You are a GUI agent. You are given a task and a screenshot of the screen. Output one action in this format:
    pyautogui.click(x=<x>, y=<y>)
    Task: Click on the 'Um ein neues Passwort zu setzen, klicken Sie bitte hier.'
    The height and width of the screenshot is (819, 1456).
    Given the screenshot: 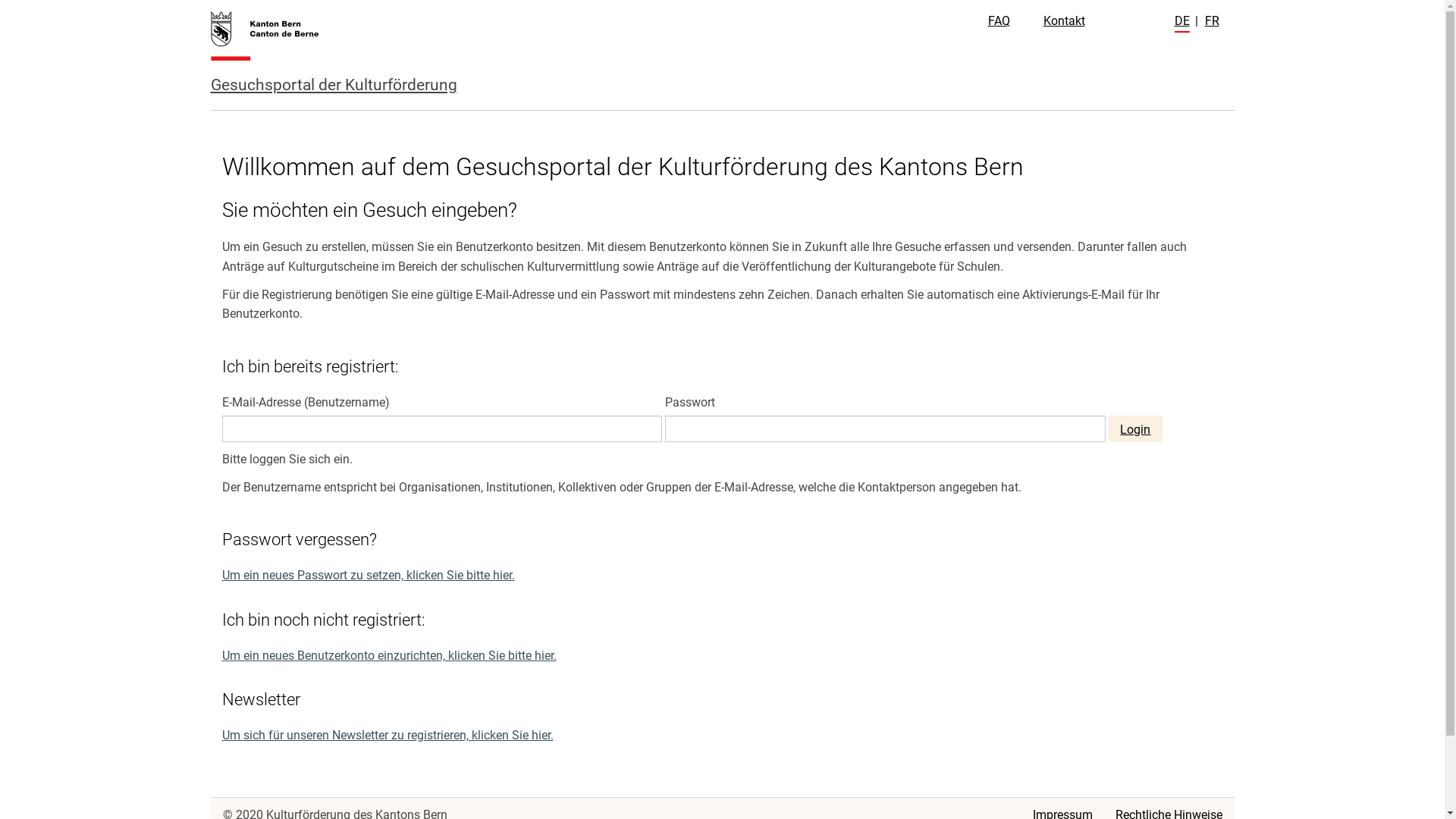 What is the action you would take?
    pyautogui.click(x=367, y=575)
    